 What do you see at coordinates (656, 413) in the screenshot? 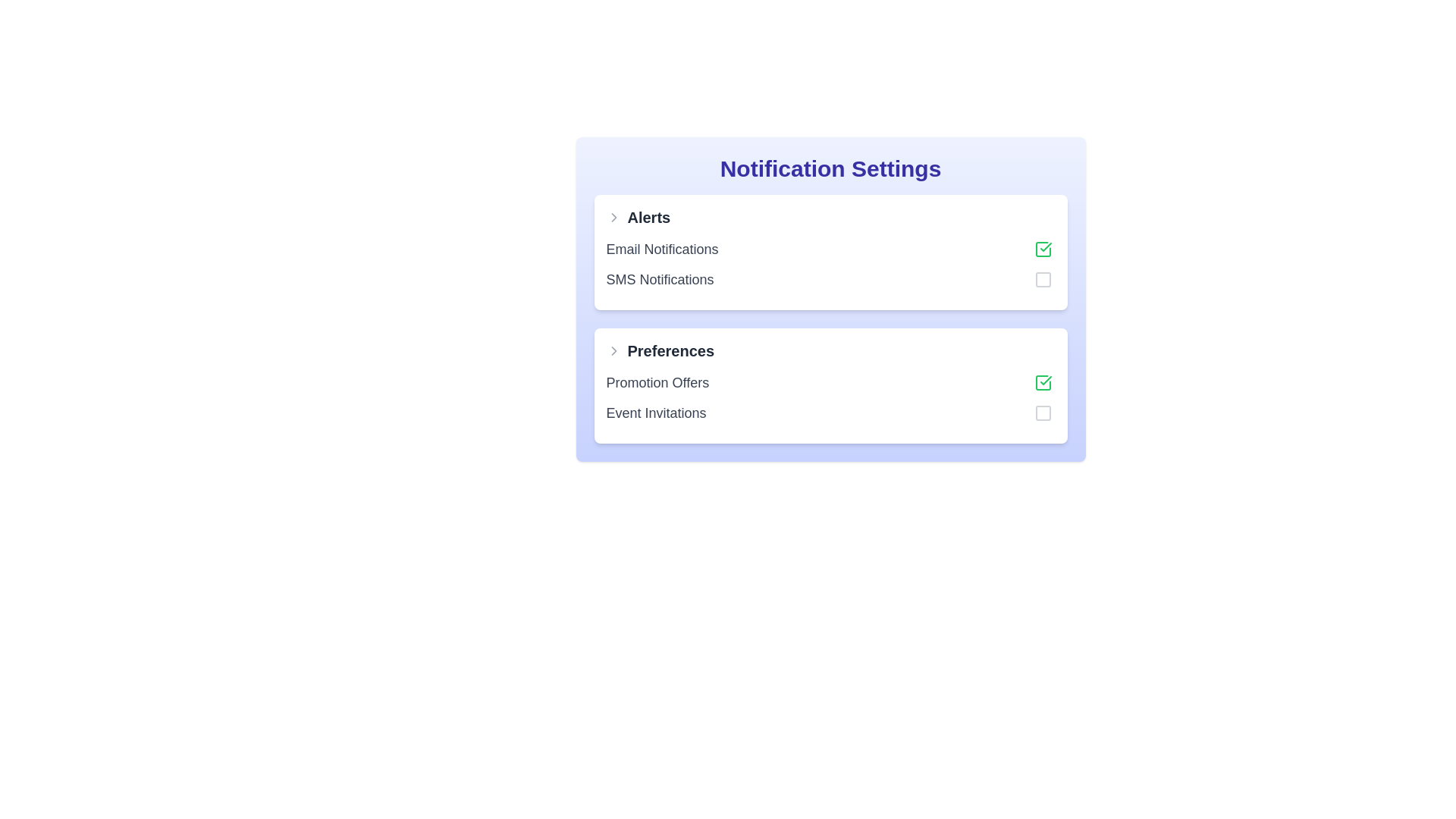
I see `the static text label that reads 'Event Invitations', which is styled with a medium-large gray font and is located under the 'Preferences' section of the 'Notification Settings' interface` at bounding box center [656, 413].